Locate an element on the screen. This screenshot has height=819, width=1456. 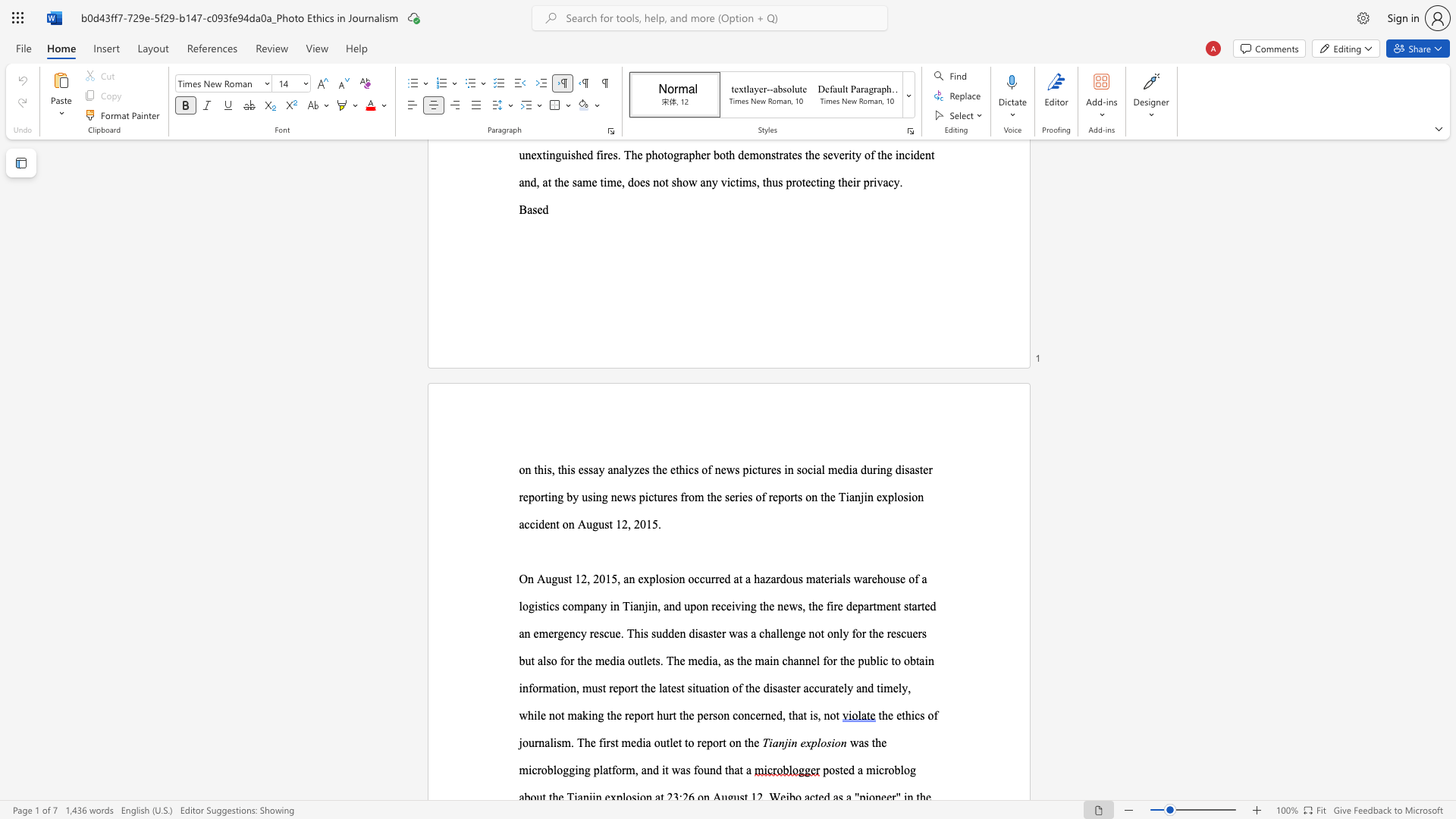
the subset text "t the pers" within the text ", while not making the report hurt the person concerned, that is, not" is located at coordinates (672, 715).